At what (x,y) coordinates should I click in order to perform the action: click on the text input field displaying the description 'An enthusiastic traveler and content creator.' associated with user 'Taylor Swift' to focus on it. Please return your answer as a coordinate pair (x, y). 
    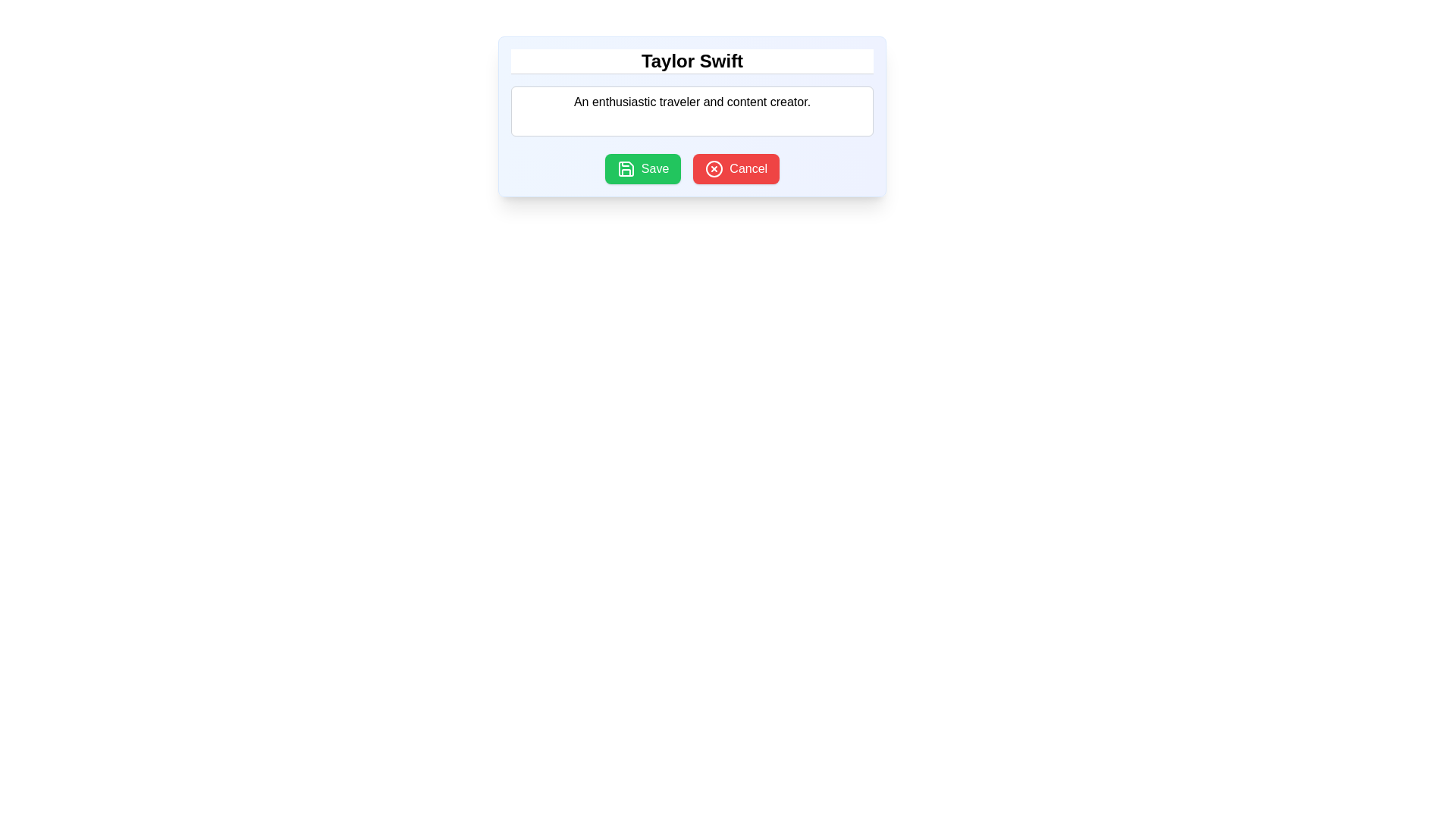
    Looking at the image, I should click on (691, 96).